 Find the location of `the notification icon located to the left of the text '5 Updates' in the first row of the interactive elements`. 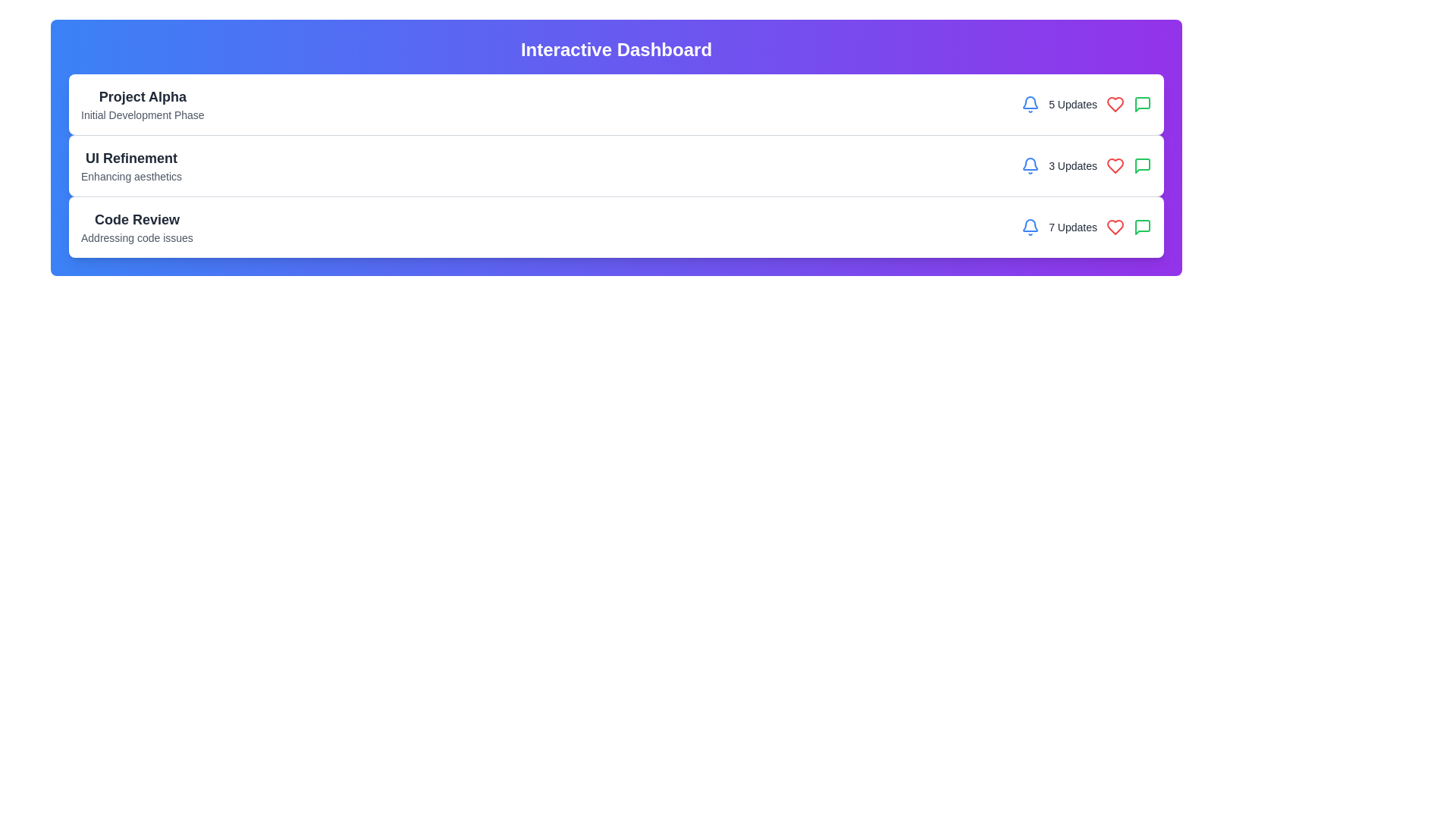

the notification icon located to the left of the text '5 Updates' in the first row of the interactive elements is located at coordinates (1031, 104).